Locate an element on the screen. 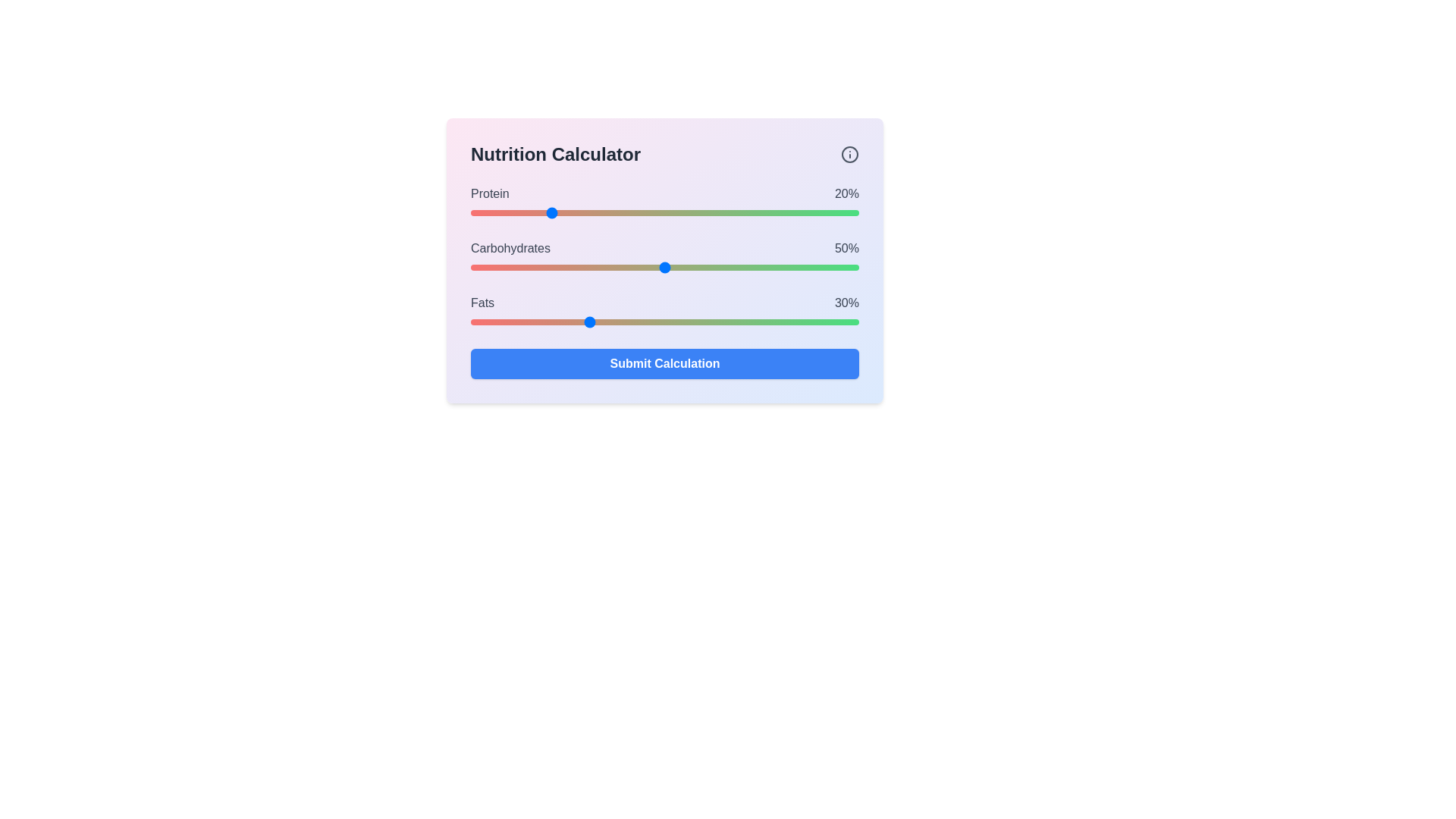  the info icon is located at coordinates (850, 155).